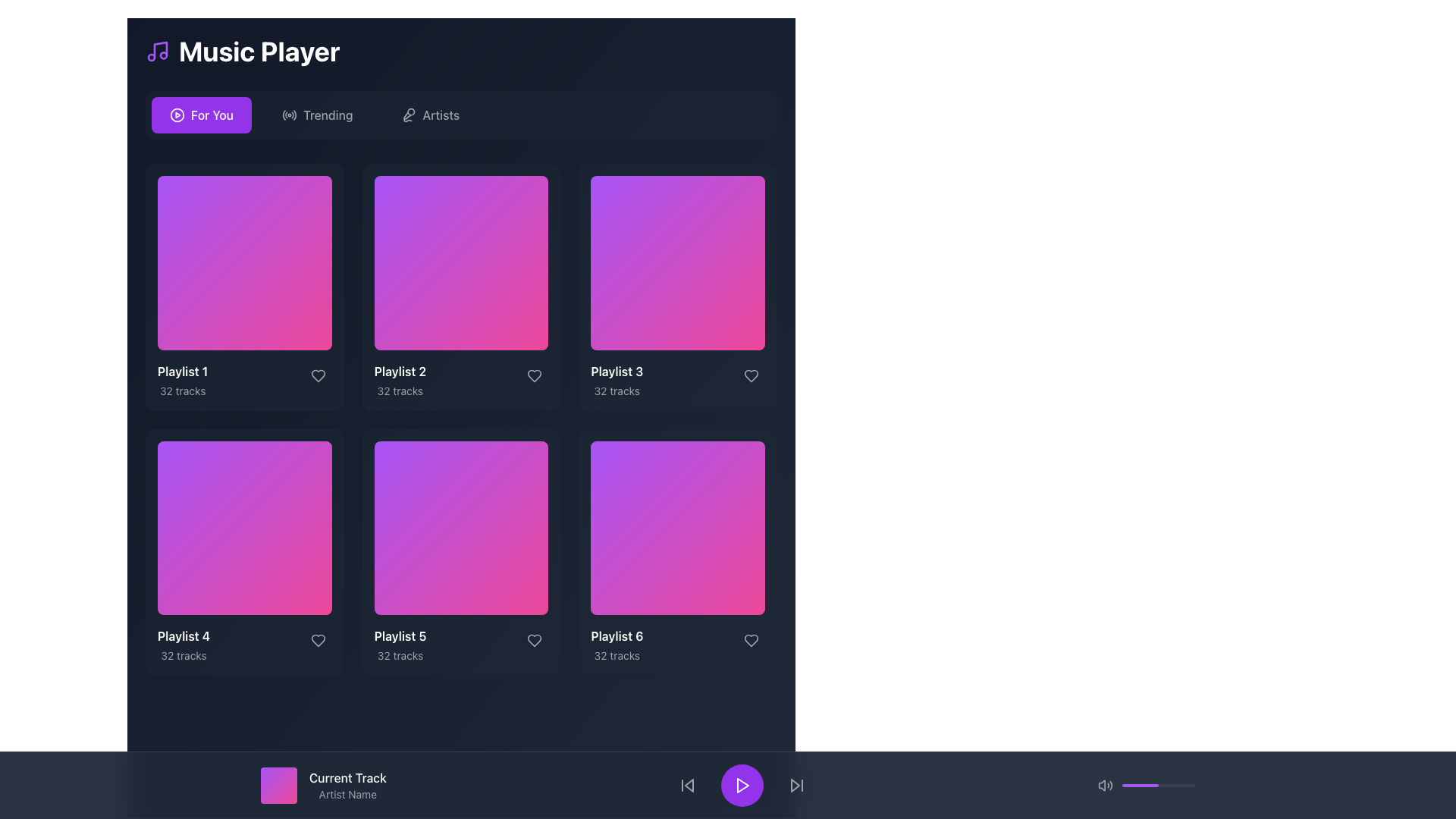 Image resolution: width=1456 pixels, height=819 pixels. I want to click on the text label '32 tracks' styled in gray color, which is located below the title 'Playlist 6' within the card layout of the music player interface, so click(617, 655).